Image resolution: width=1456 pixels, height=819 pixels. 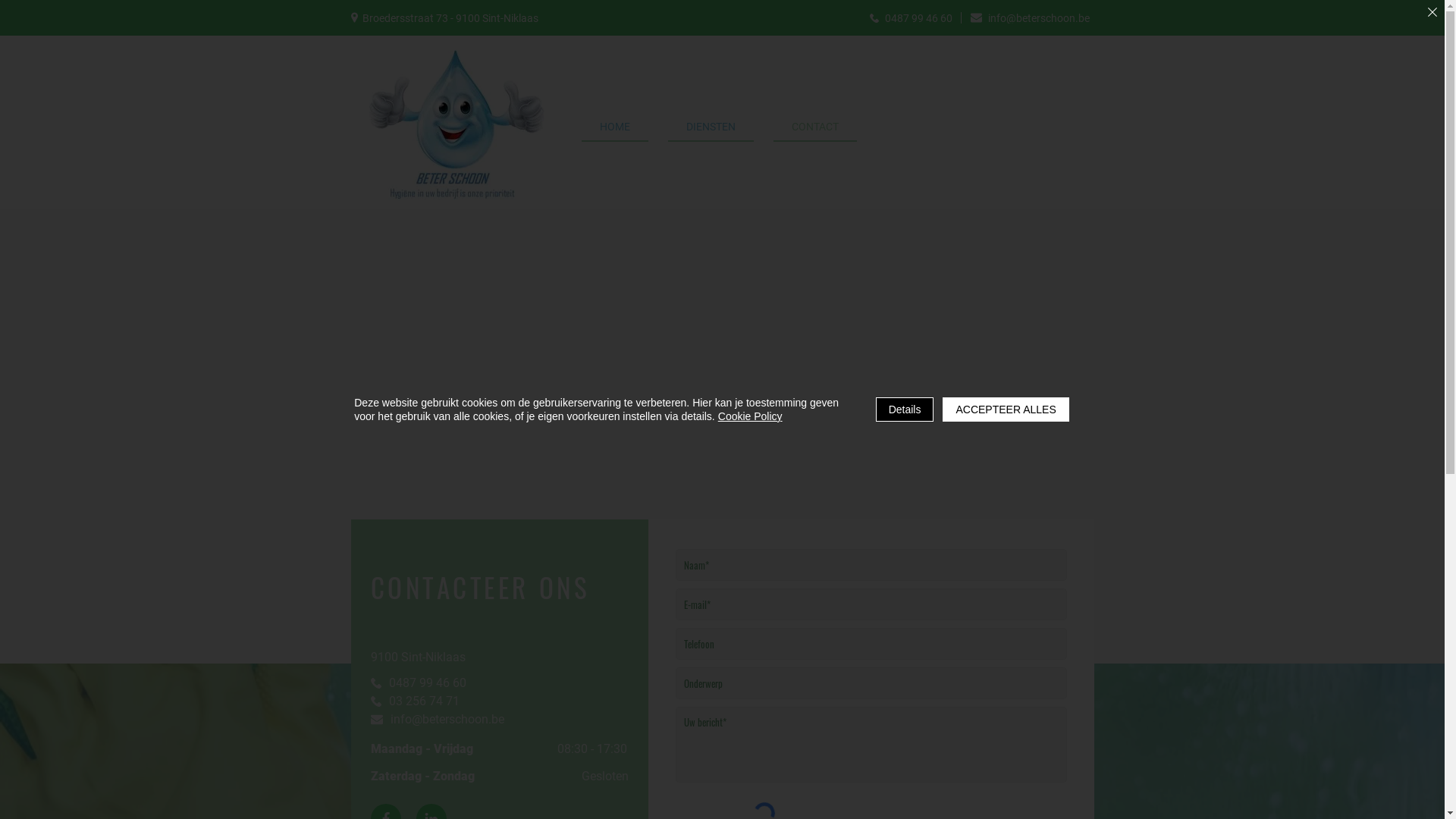 I want to click on '03 256 74 71', so click(x=442, y=701).